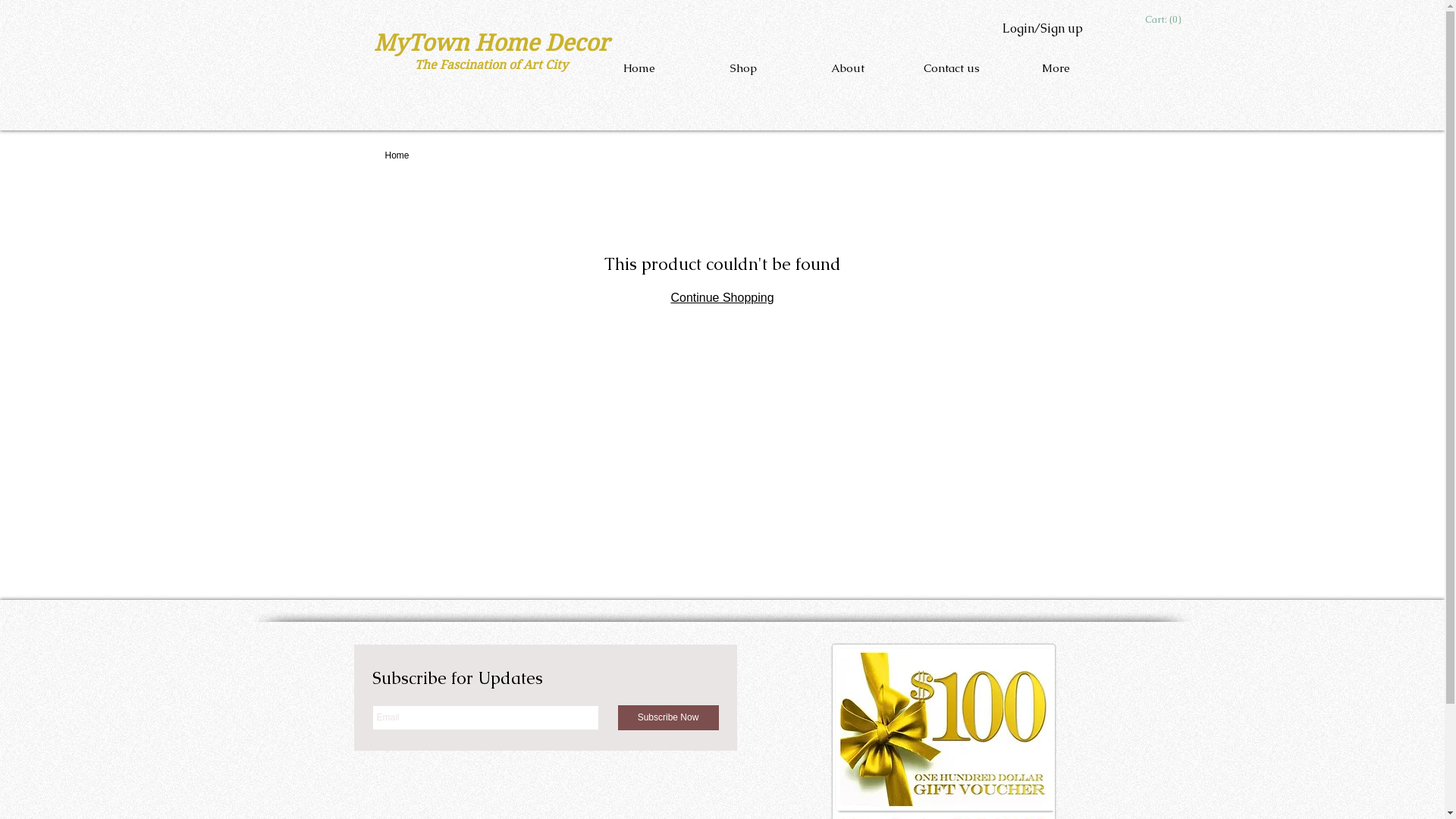 This screenshot has height=819, width=1456. What do you see at coordinates (720, 297) in the screenshot?
I see `'Continue Shopping'` at bounding box center [720, 297].